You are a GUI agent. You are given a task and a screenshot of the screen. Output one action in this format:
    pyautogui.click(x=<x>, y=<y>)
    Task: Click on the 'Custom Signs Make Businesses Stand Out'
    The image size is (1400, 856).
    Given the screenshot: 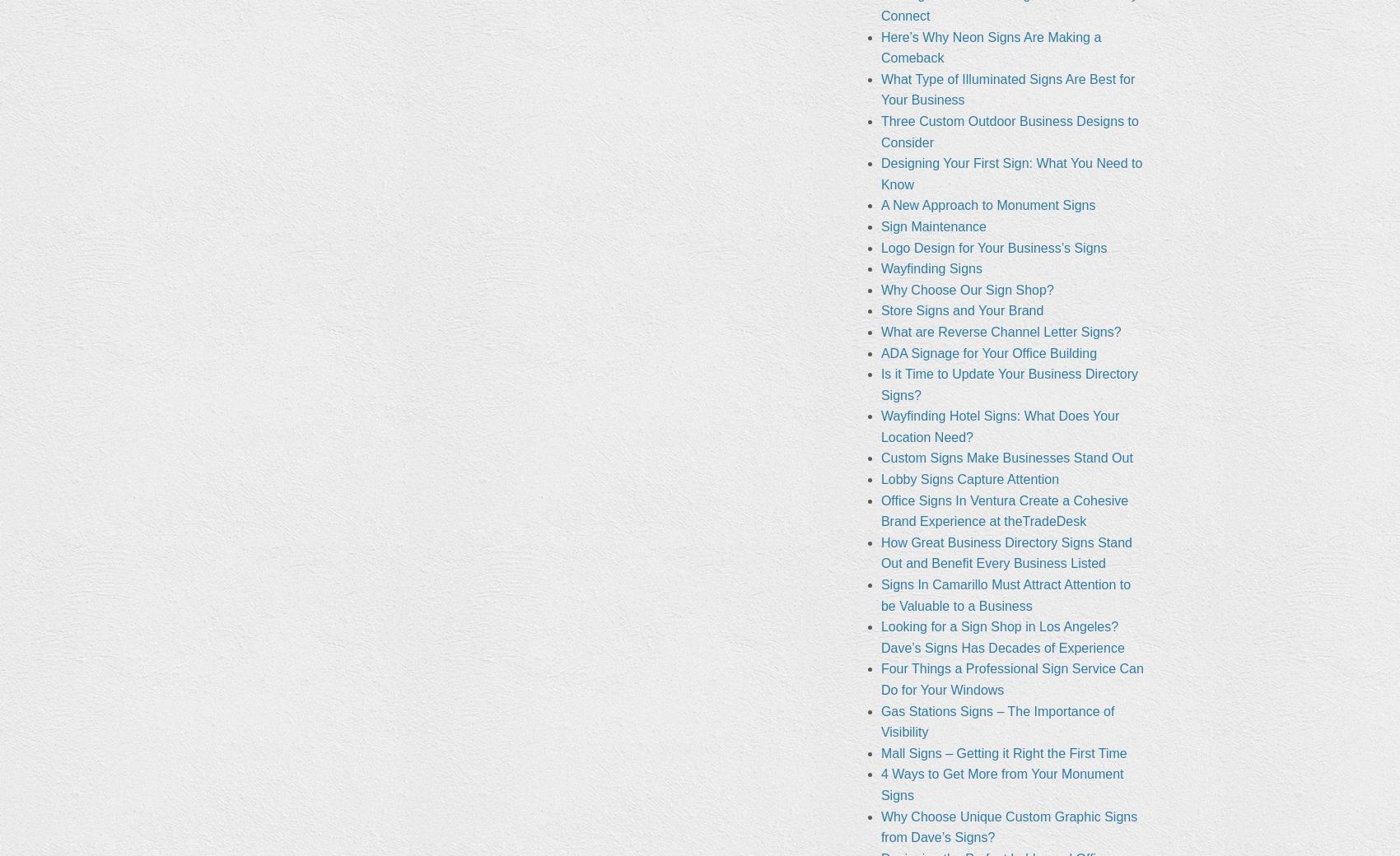 What is the action you would take?
    pyautogui.click(x=1005, y=457)
    